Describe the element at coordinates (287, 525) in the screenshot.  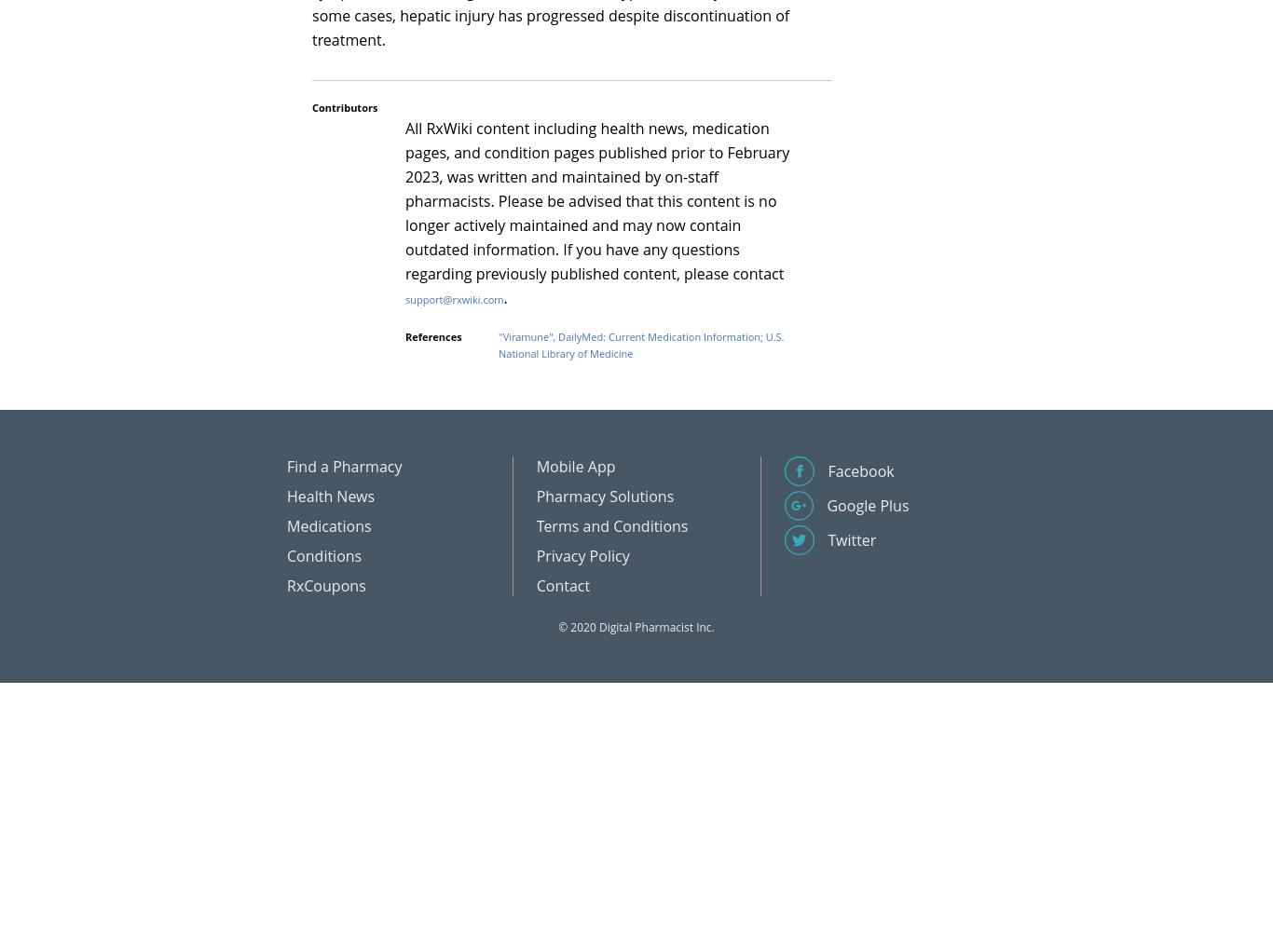
I see `'Medications'` at that location.